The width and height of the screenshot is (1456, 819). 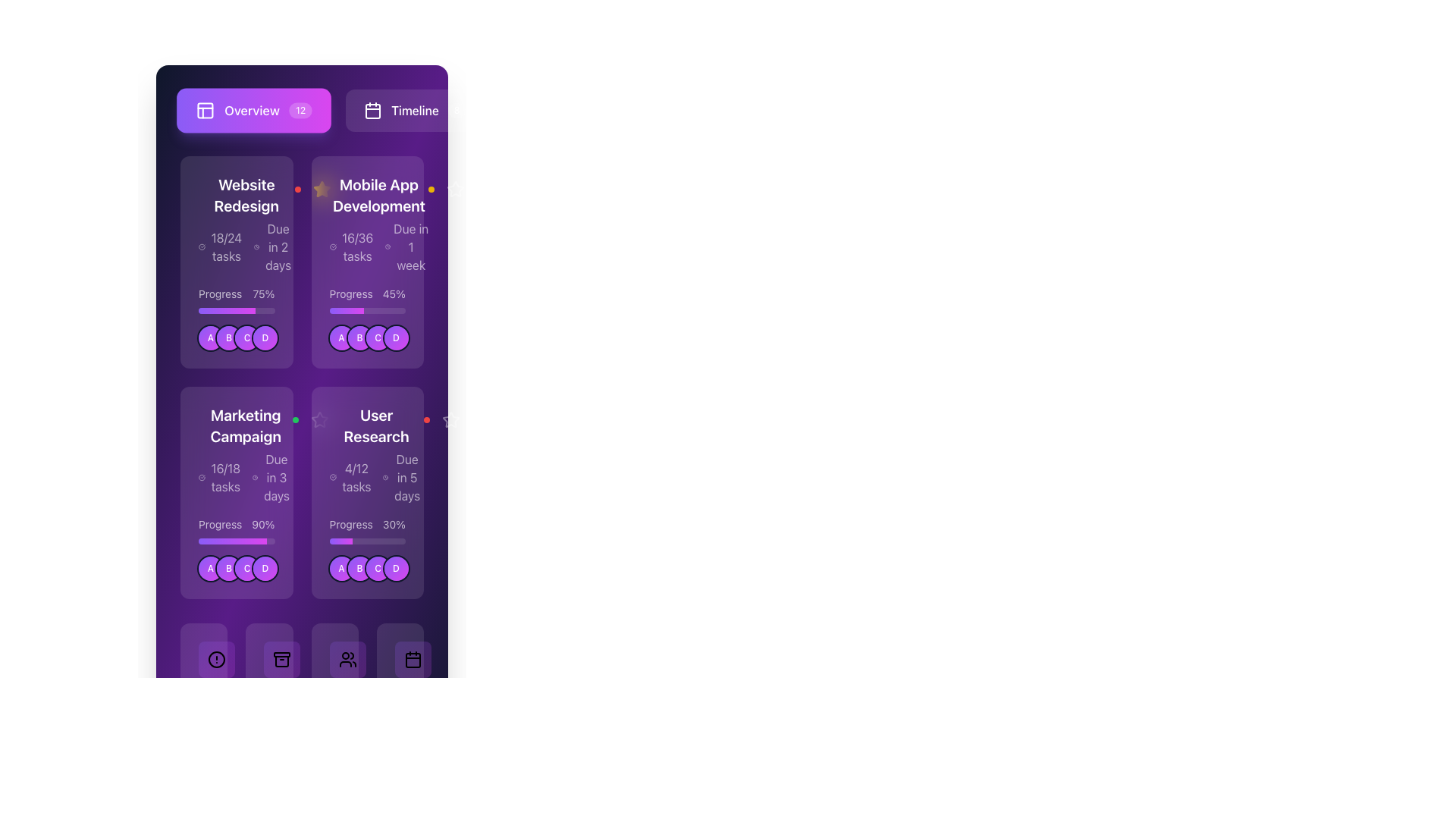 What do you see at coordinates (415, 110) in the screenshot?
I see `the 'Timeline' text label, which is displayed in white on a purple background` at bounding box center [415, 110].